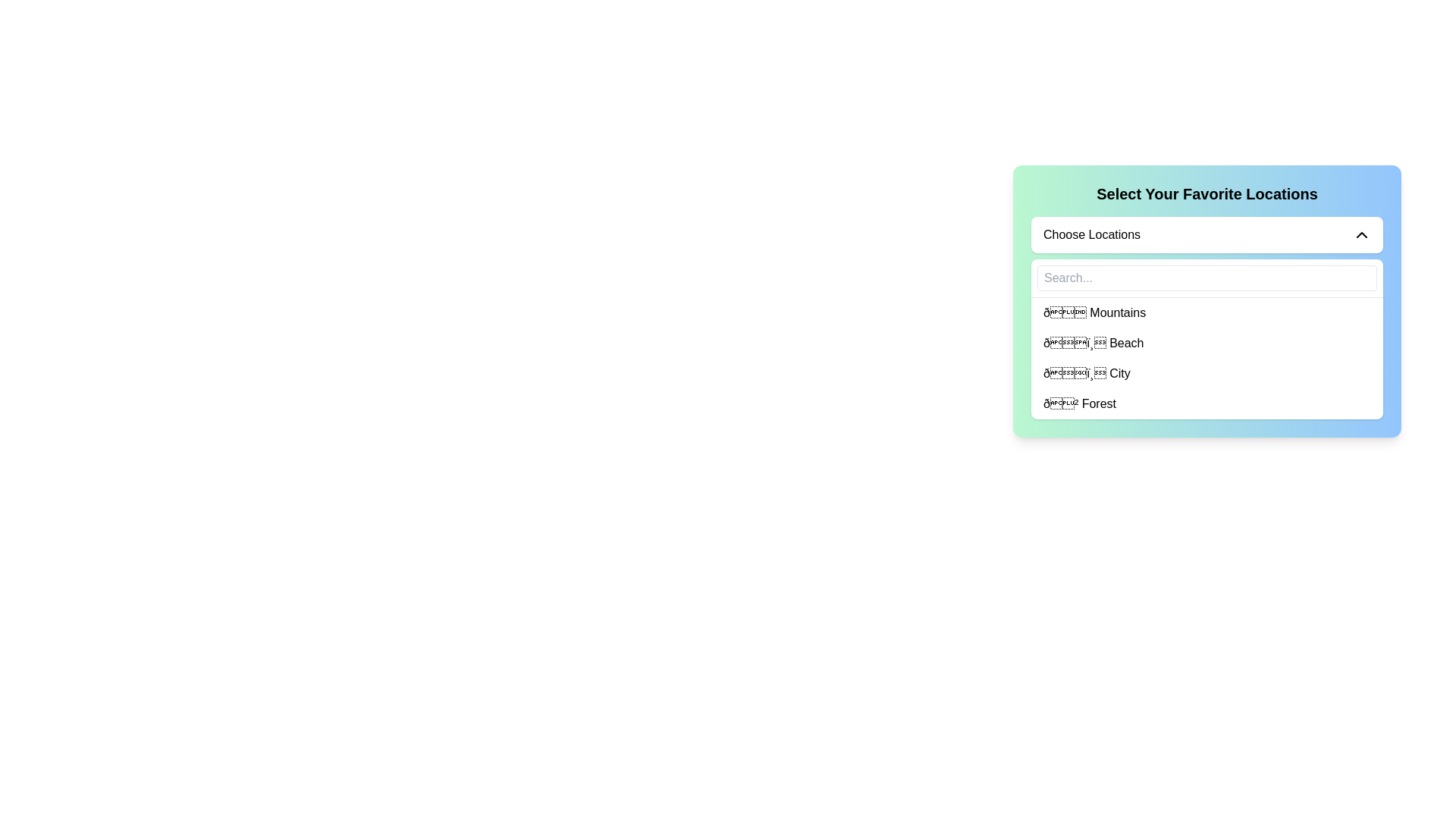  What do you see at coordinates (1207, 234) in the screenshot?
I see `the 'Choose Locations' dropdown toggle button` at bounding box center [1207, 234].